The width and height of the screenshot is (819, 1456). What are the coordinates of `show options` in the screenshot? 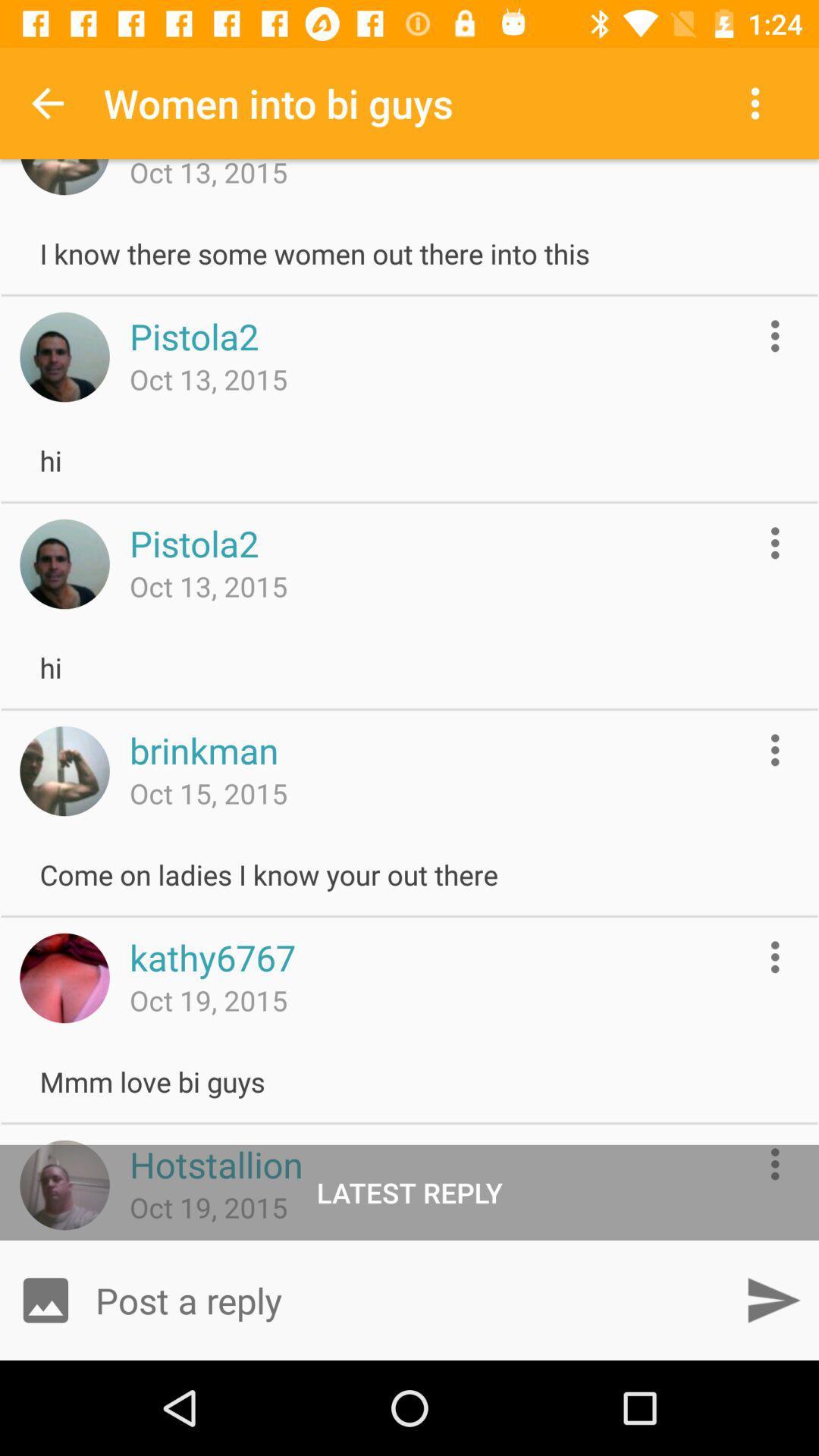 It's located at (775, 335).